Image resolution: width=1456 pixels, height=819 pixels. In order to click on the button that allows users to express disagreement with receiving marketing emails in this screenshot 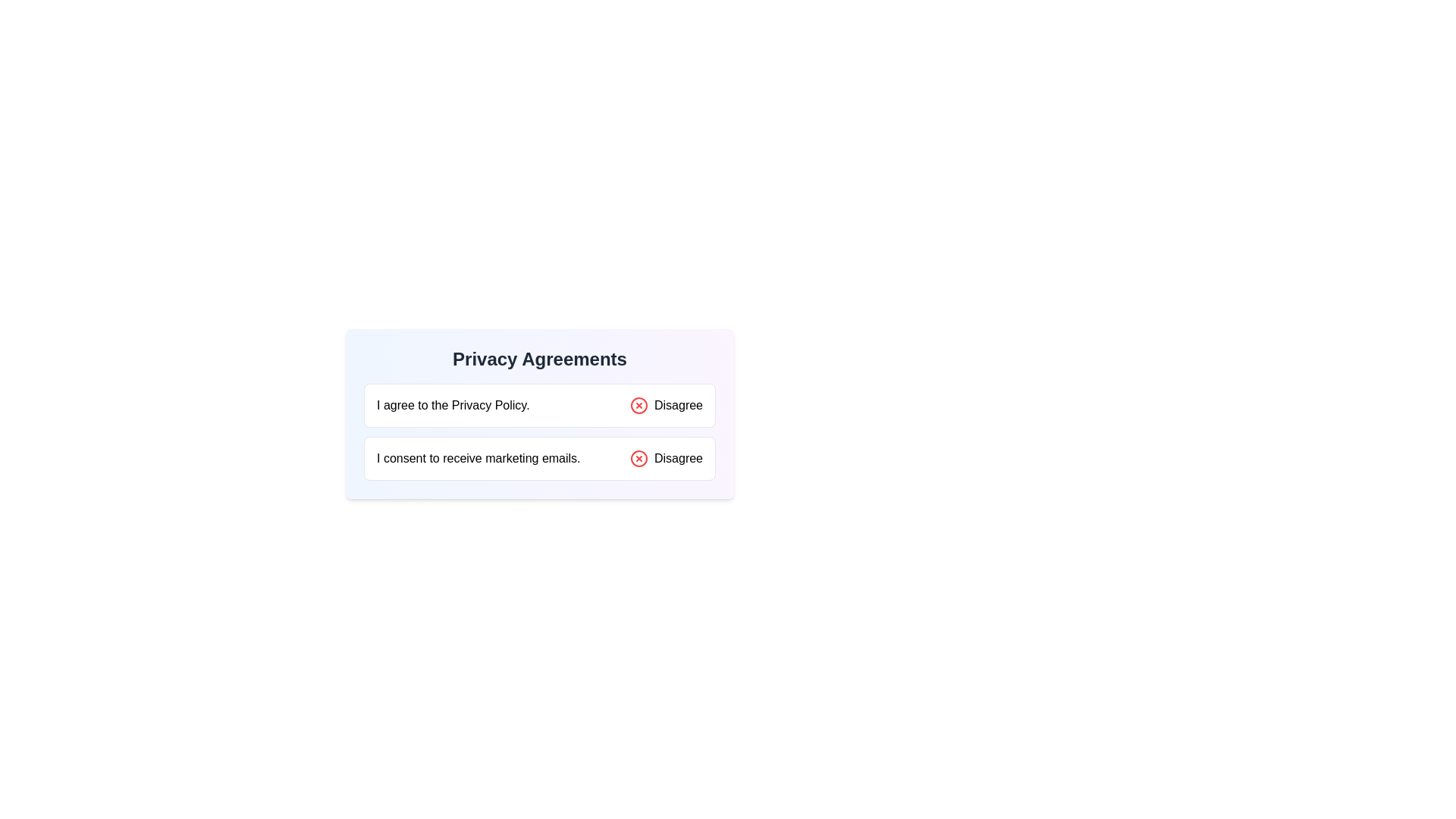, I will do `click(666, 458)`.